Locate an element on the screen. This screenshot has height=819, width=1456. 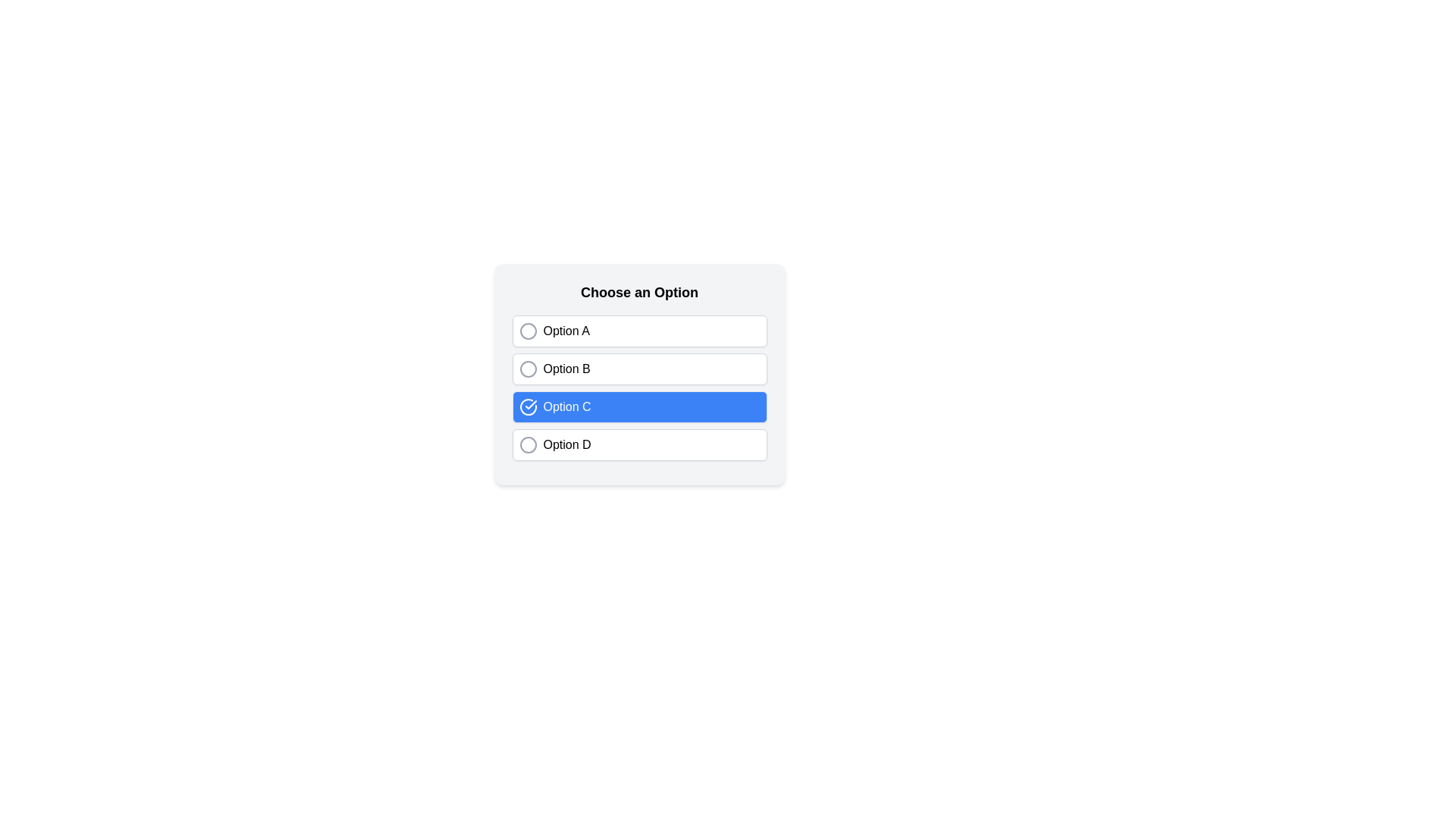
the text label that corresponds to the fourth visible radio option in the vertical list is located at coordinates (566, 444).